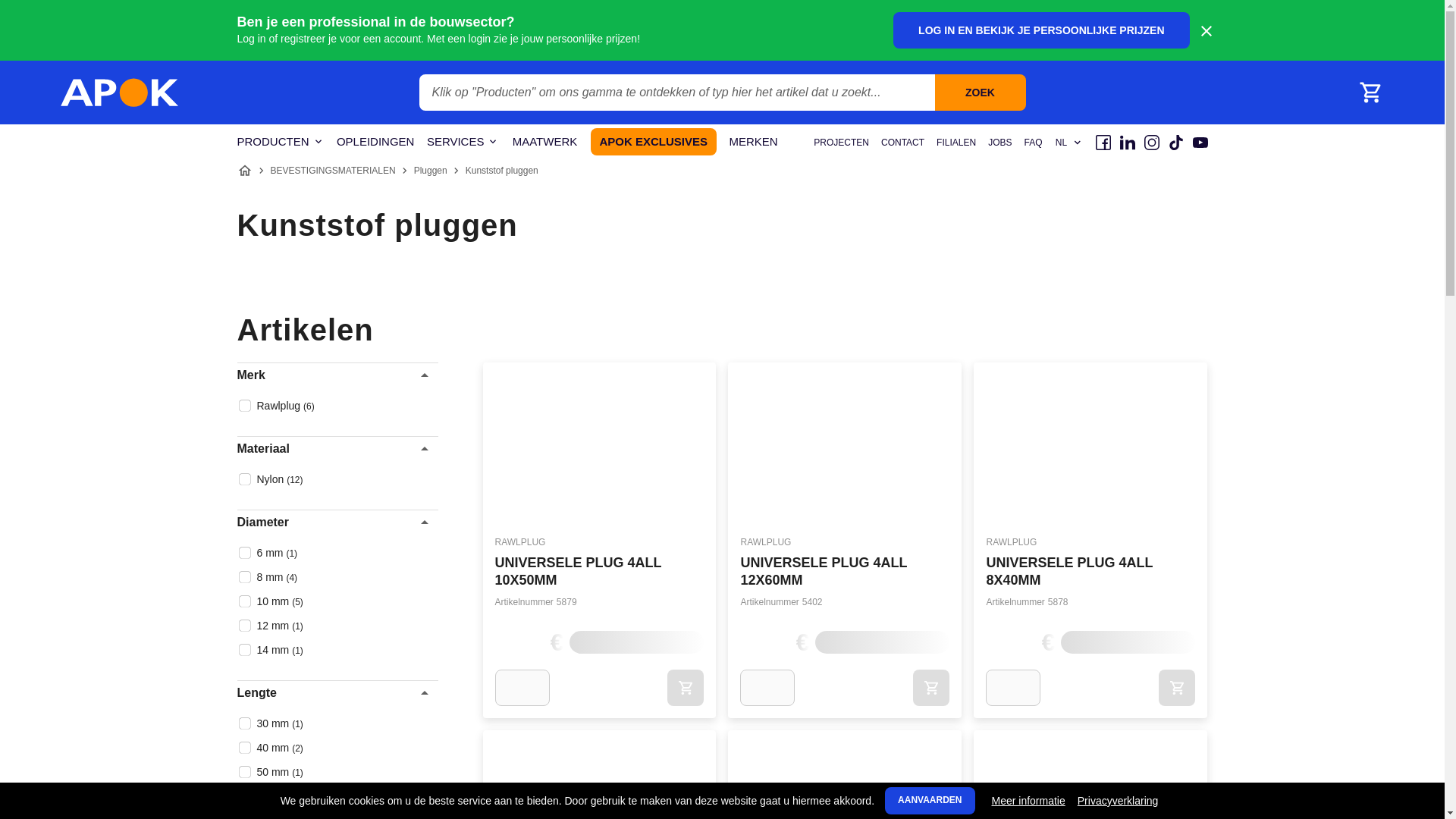 The width and height of the screenshot is (1456, 819). What do you see at coordinates (429, 170) in the screenshot?
I see `'Pluggen'` at bounding box center [429, 170].